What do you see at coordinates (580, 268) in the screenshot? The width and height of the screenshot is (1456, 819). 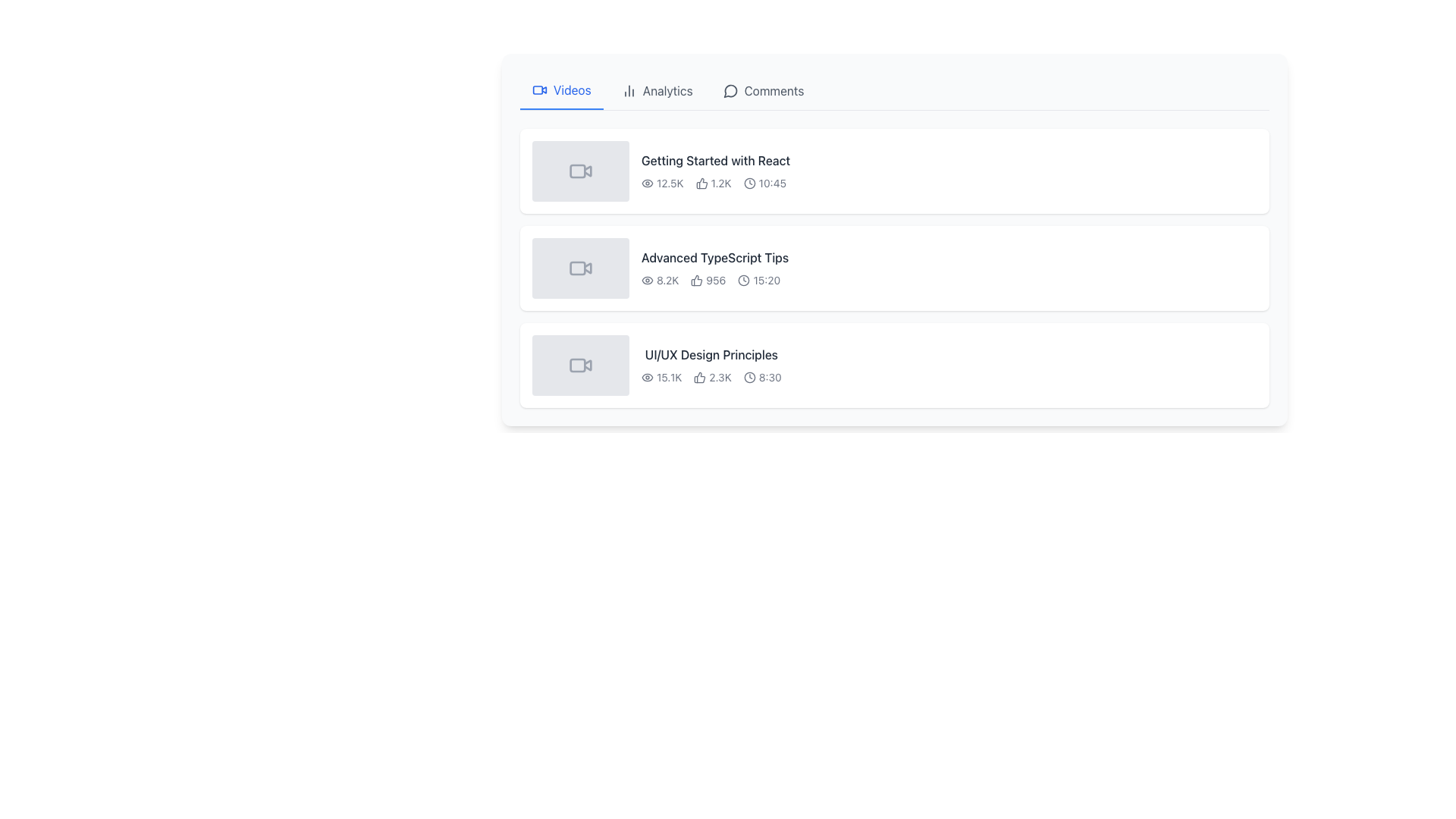 I see `the SVG icon representing the video thumbnail for the 'Advanced TypeScript Tips' entry, which is the second item in the vertical list` at bounding box center [580, 268].